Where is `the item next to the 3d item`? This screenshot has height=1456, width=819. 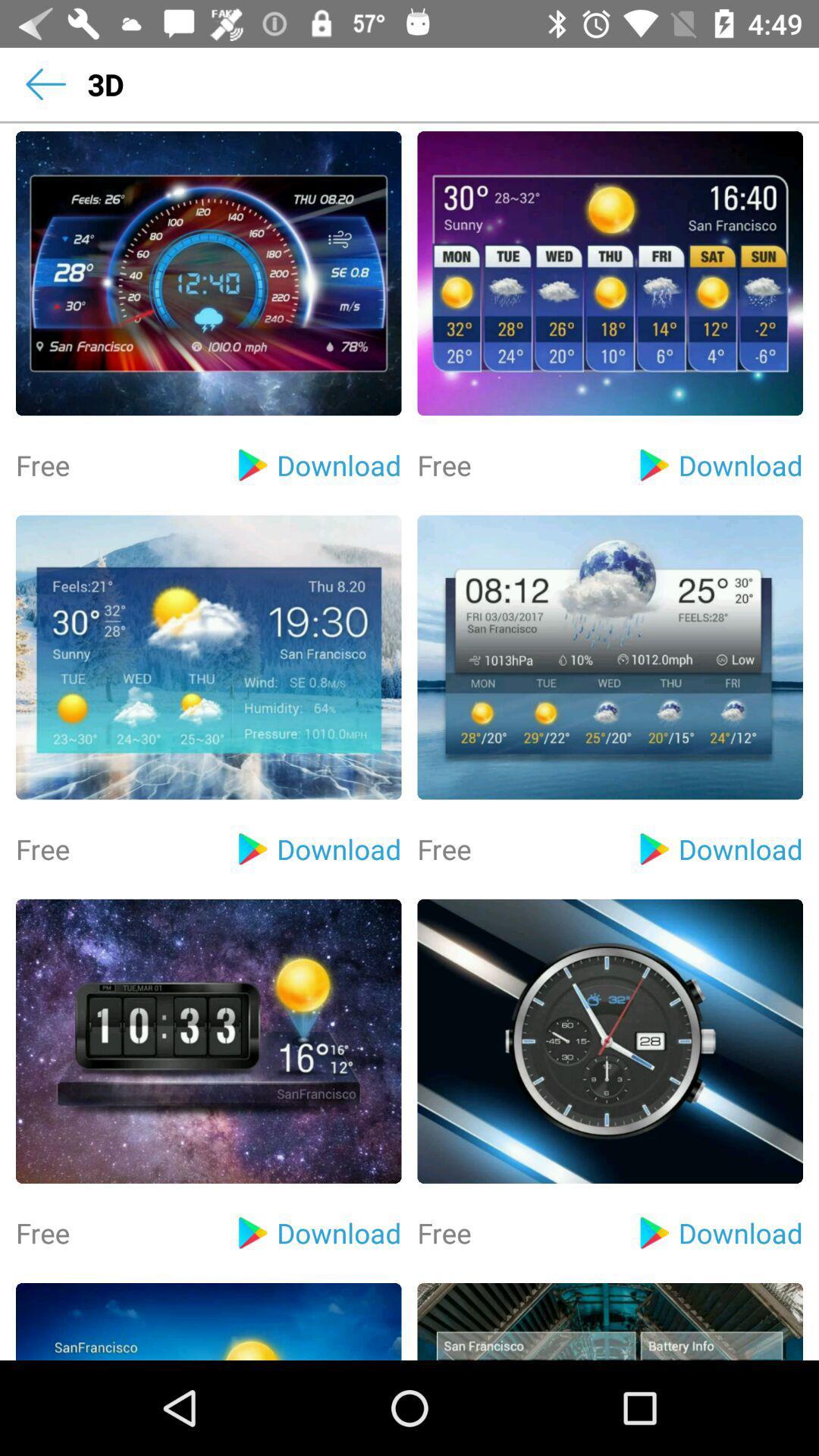
the item next to the 3d item is located at coordinates (45, 83).